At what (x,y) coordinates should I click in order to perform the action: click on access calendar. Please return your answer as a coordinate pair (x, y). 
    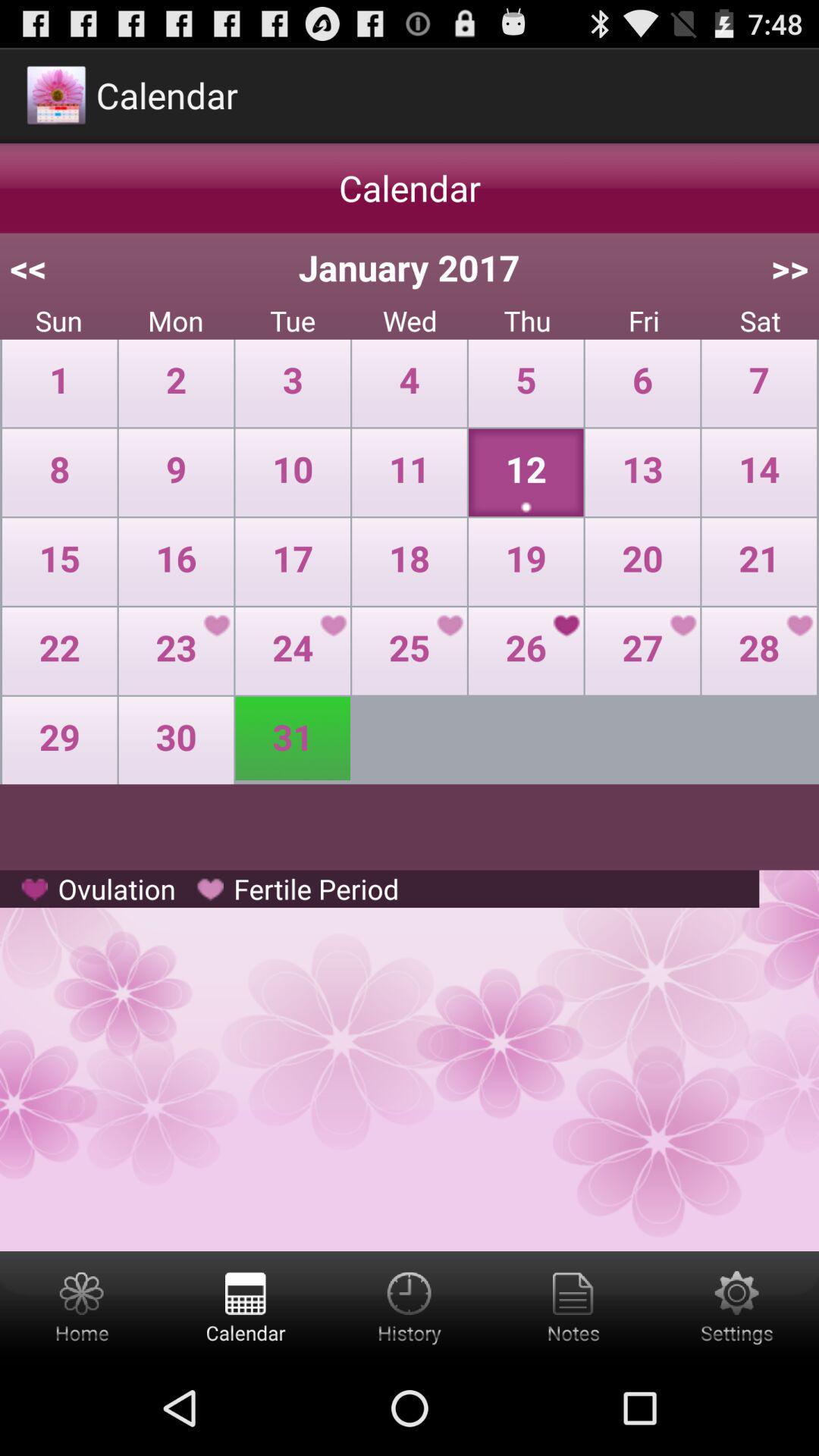
    Looking at the image, I should click on (245, 1305).